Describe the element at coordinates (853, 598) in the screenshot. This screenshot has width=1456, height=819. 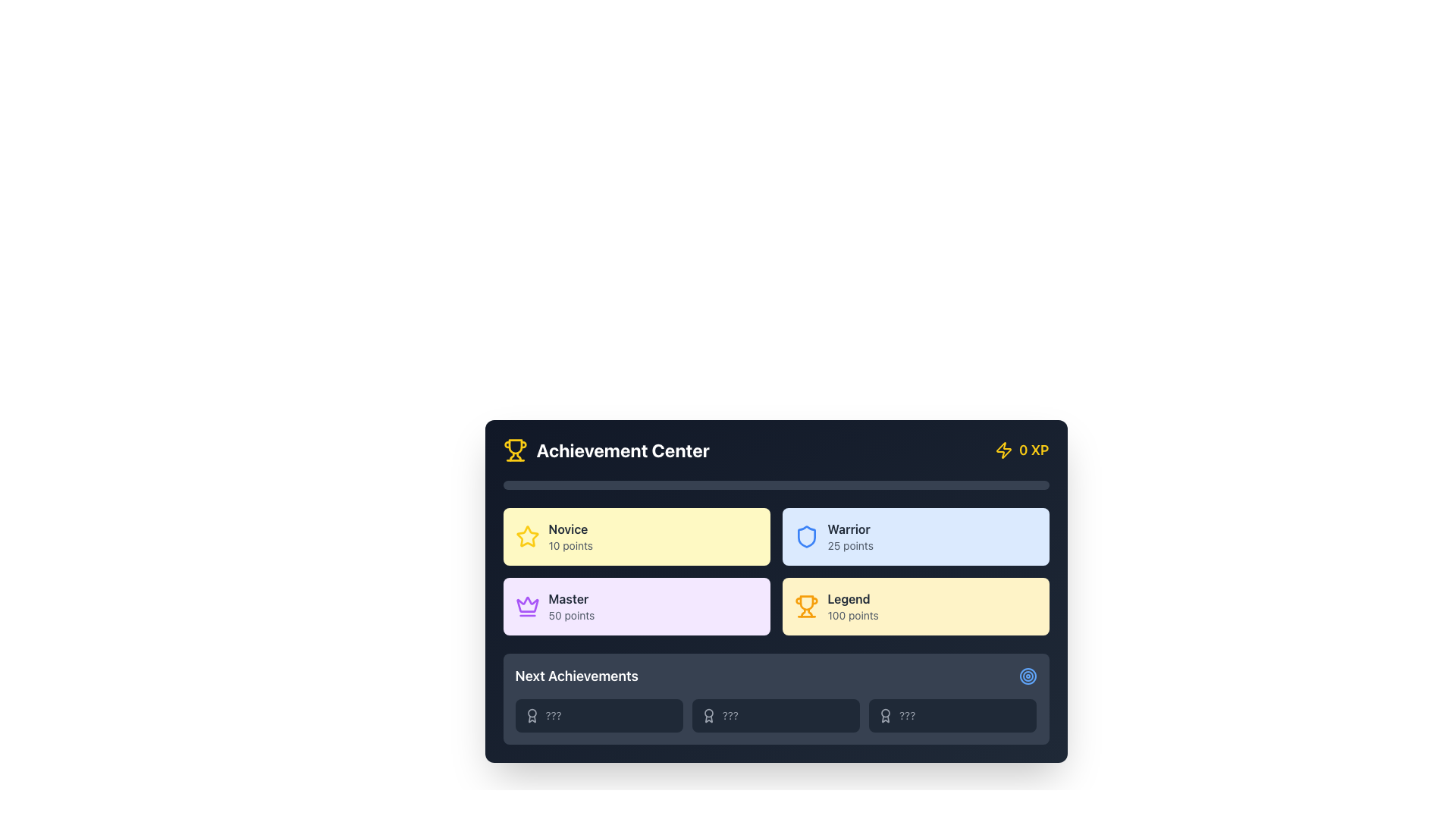
I see `text 'Legend' displayed in bold gray font on a yellow background, located in the bottom-right card labeled 'Legend' in the main interface` at that location.